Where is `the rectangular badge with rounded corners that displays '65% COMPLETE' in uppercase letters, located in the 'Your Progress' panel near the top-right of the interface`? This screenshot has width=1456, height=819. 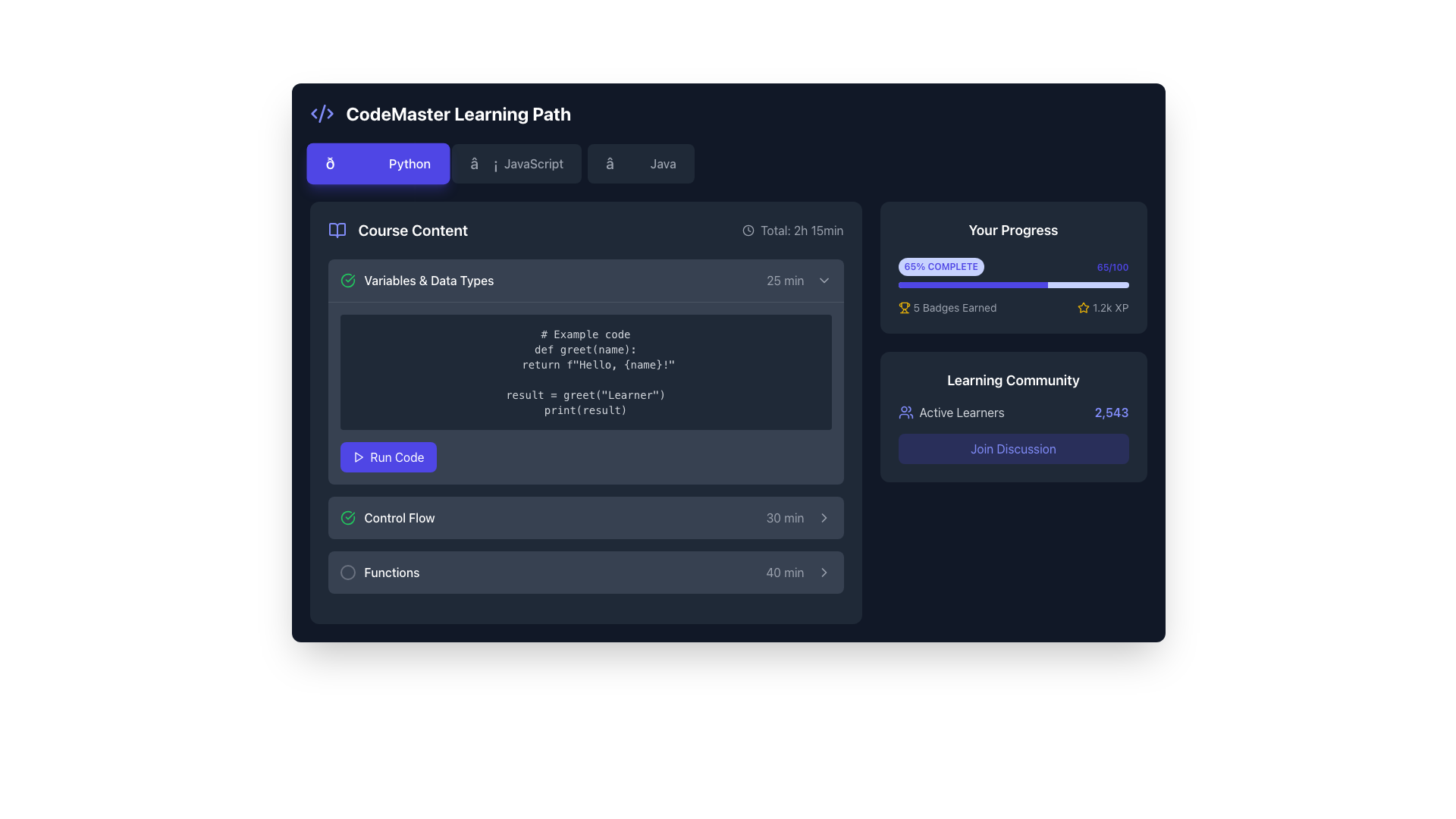 the rectangular badge with rounded corners that displays '65% COMPLETE' in uppercase letters, located in the 'Your Progress' panel near the top-right of the interface is located at coordinates (940, 265).